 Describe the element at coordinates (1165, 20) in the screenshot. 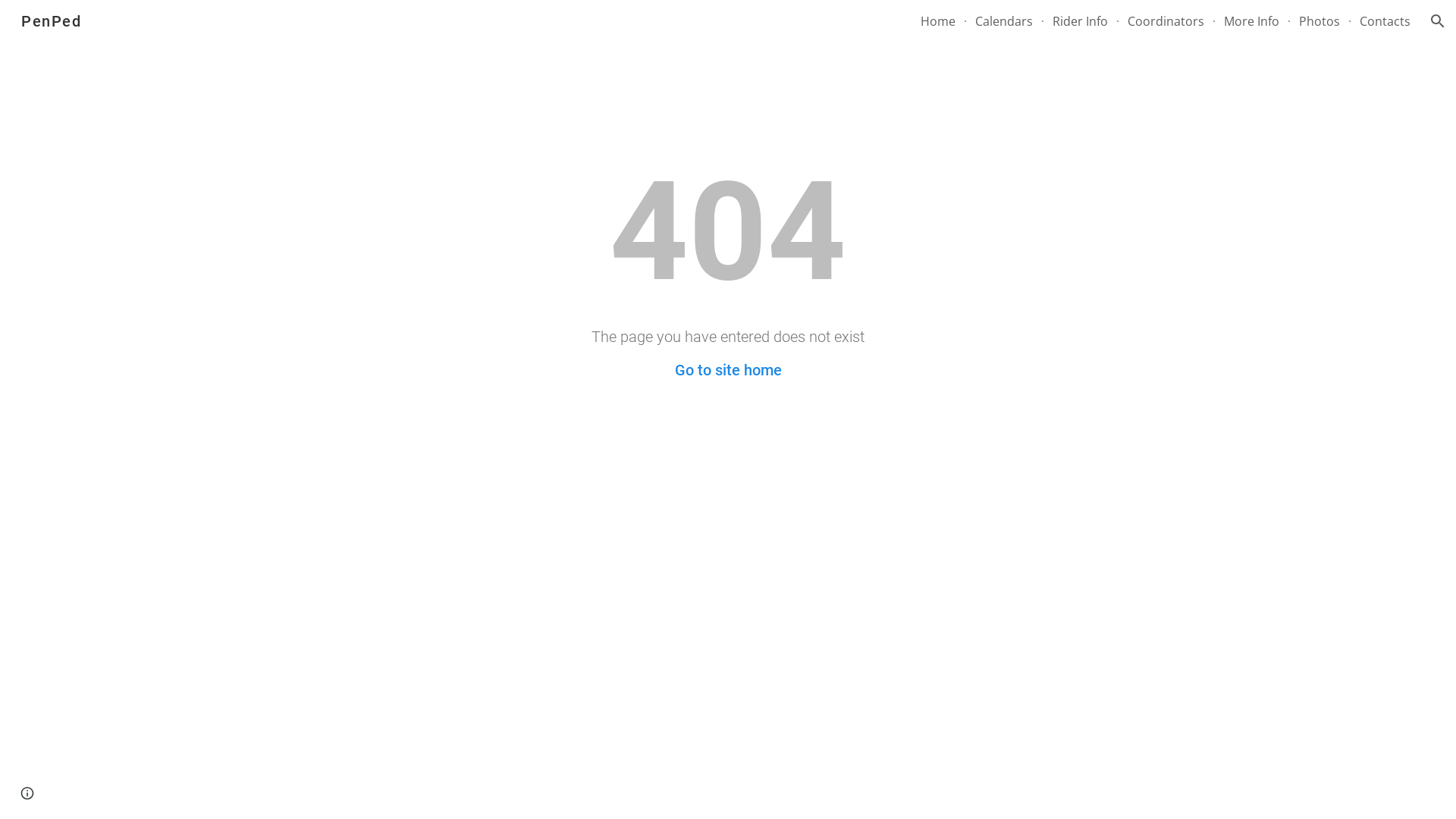

I see `'Coordinators'` at that location.